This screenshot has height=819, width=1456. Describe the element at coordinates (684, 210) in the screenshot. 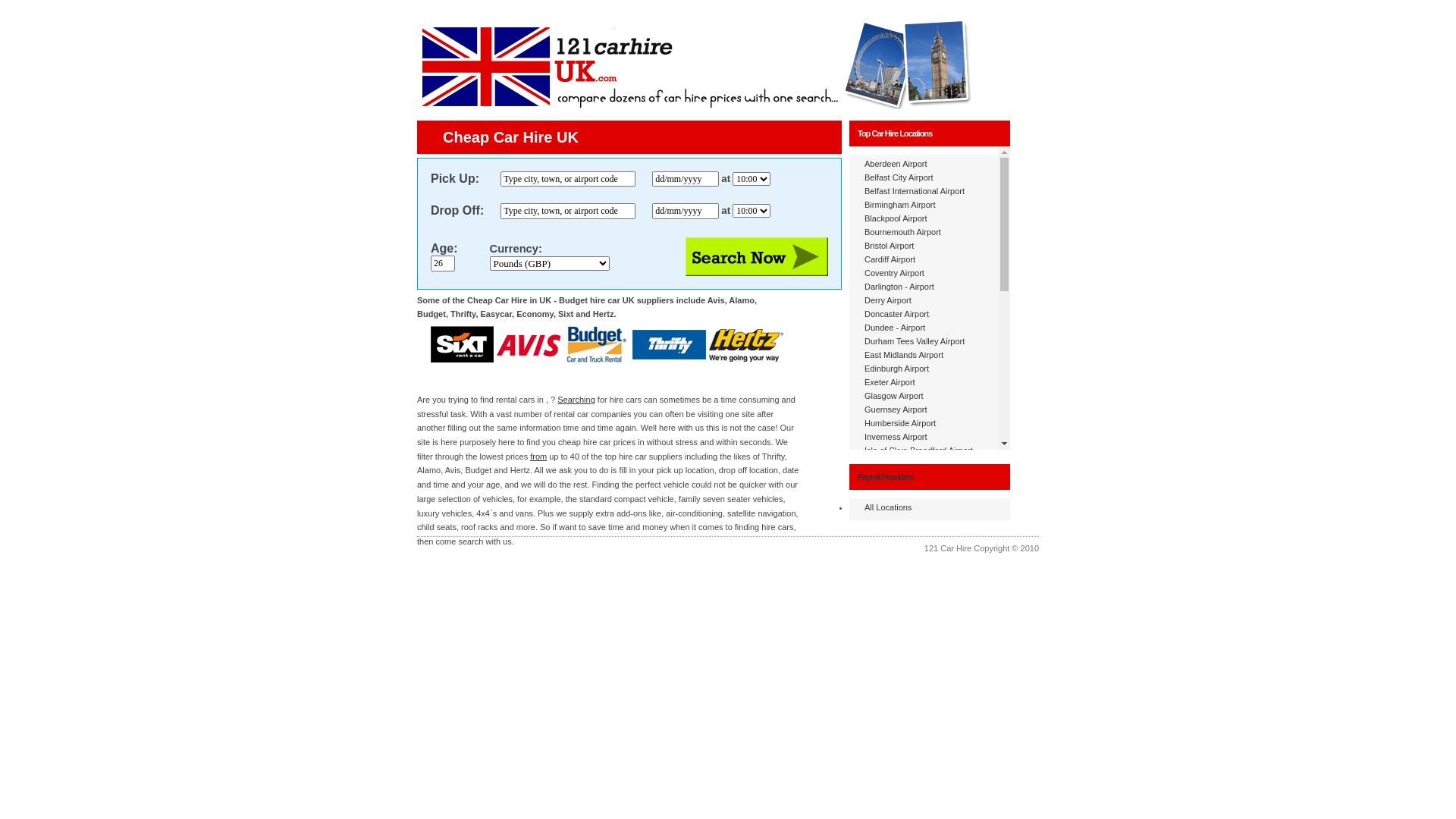

I see `'dd/mm/yyyy'` at that location.